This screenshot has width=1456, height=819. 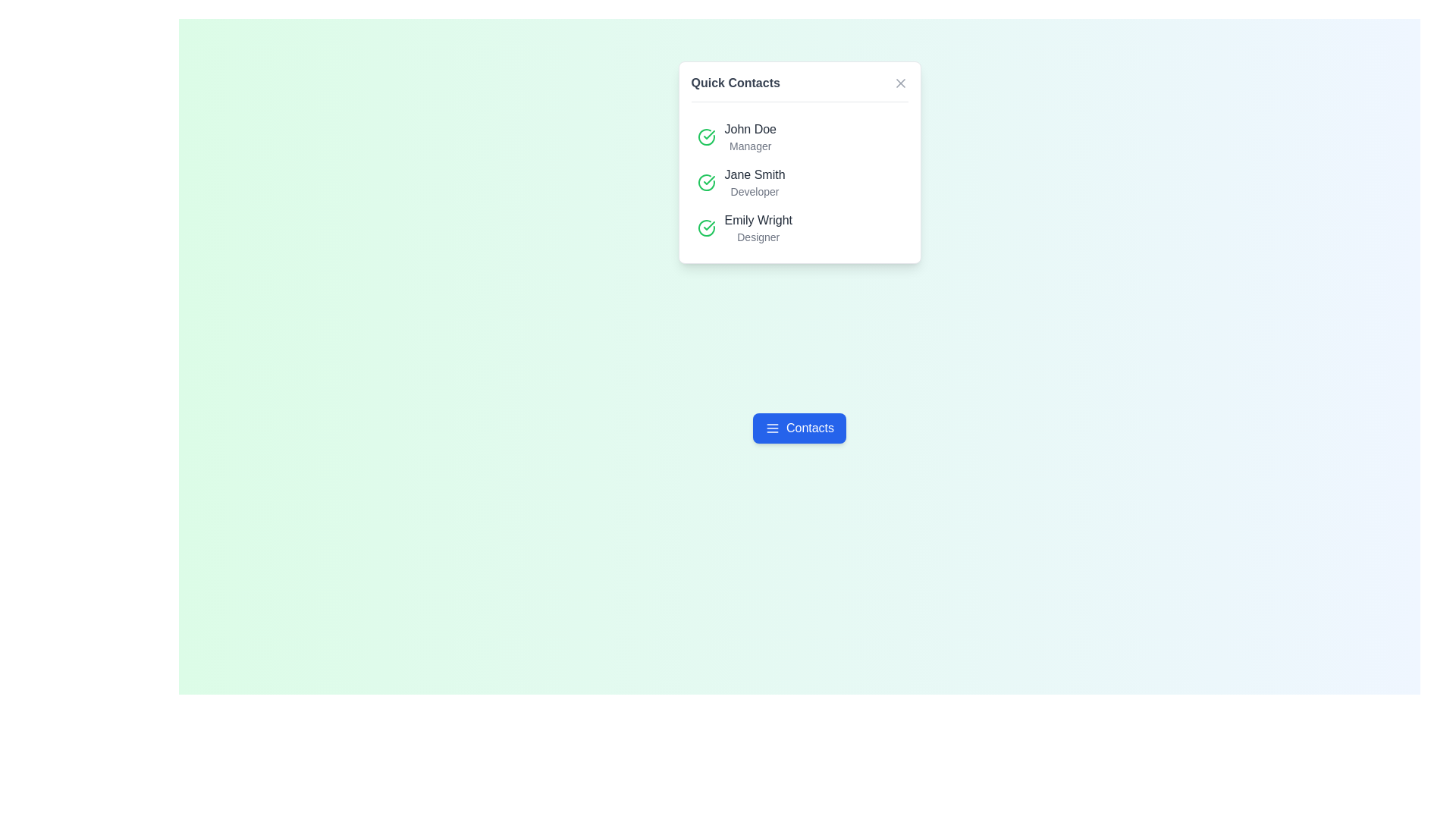 I want to click on the 'Quick Contacts' text label, which is styled in grayish bold font and located at the top left side of a popup box, so click(x=736, y=83).